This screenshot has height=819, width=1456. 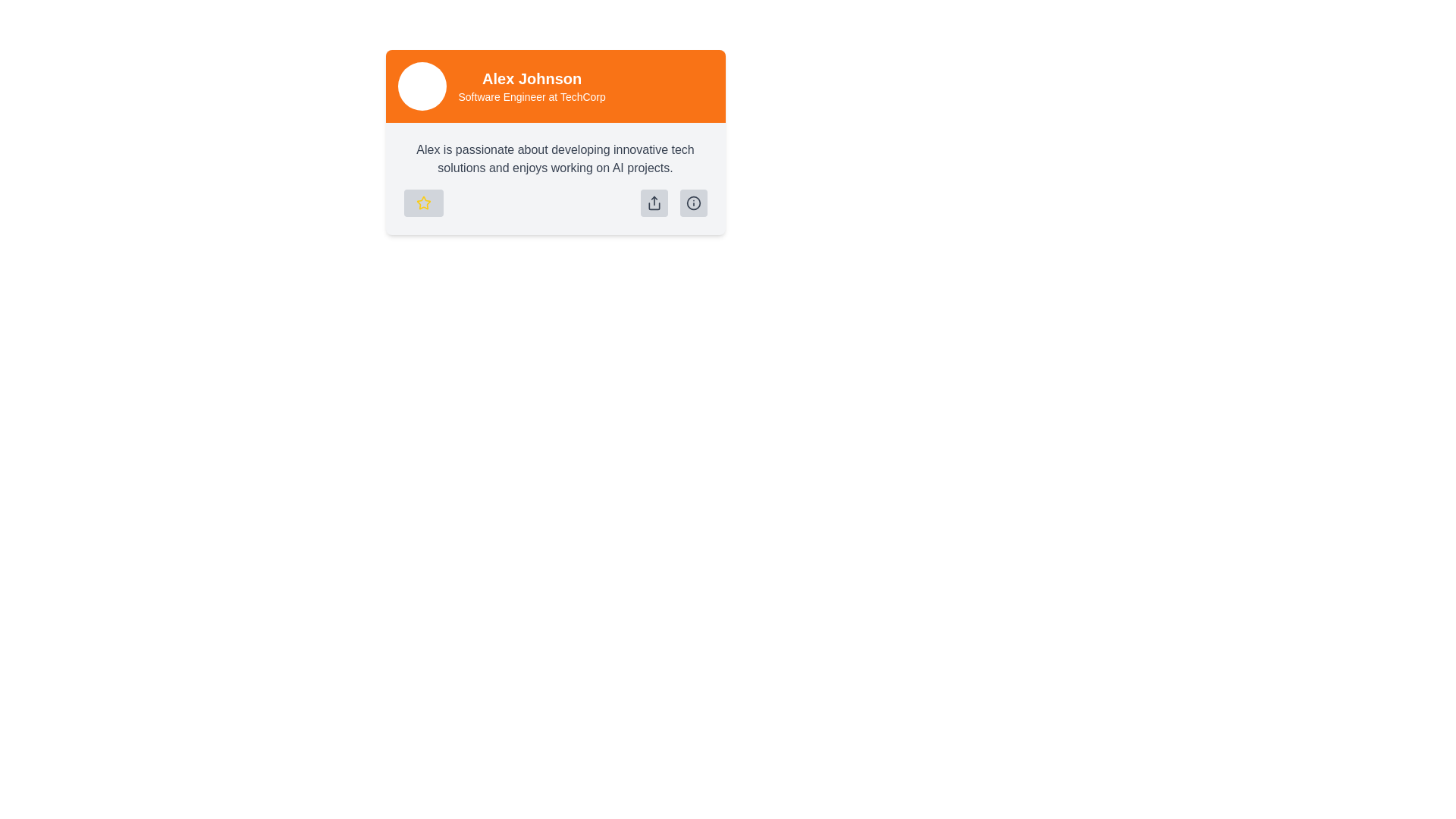 I want to click on the button with a gray background and a yellow star icon located at the bottom-left corner of the user profile card, so click(x=423, y=202).